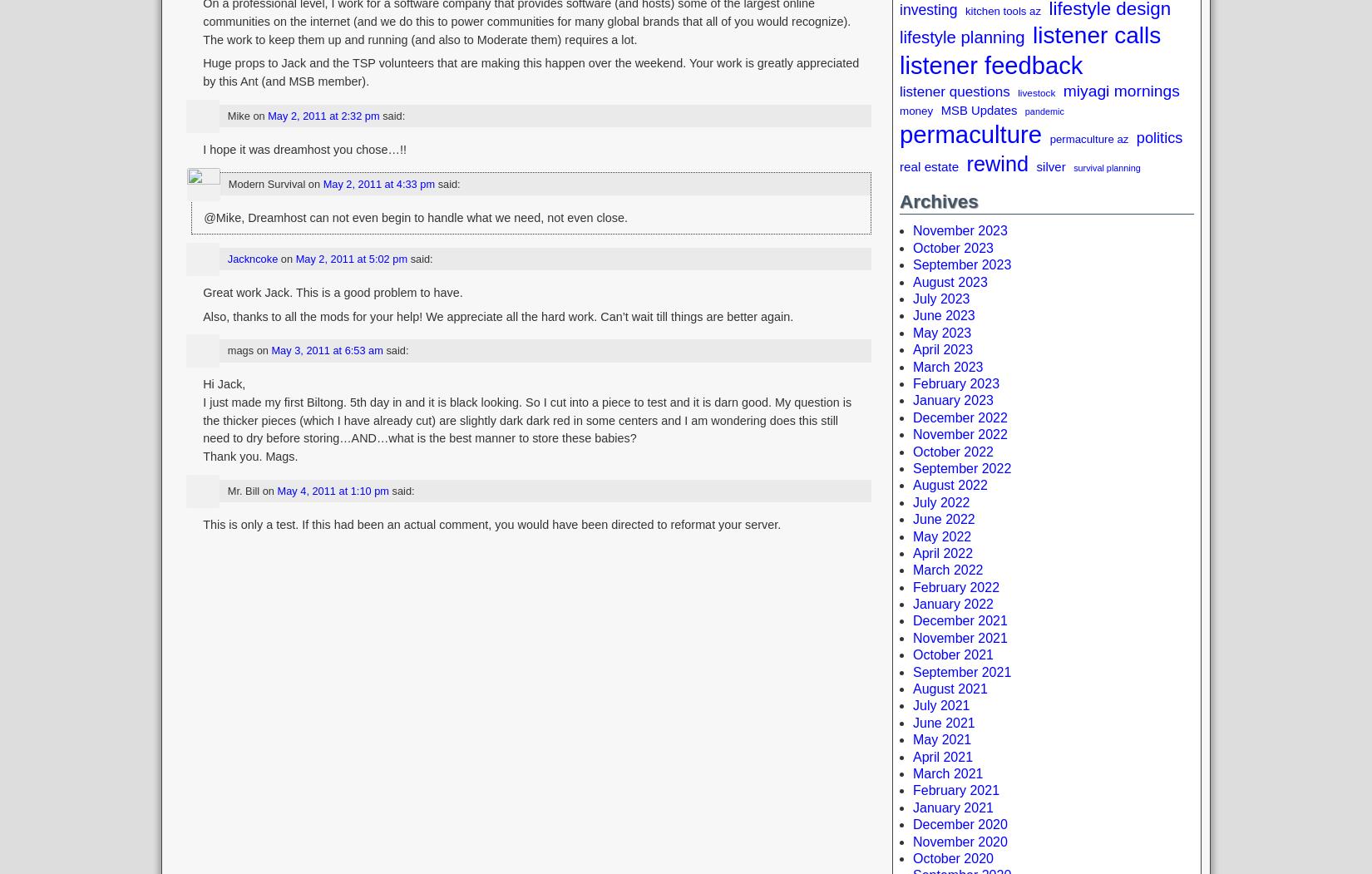 This screenshot has width=1372, height=874. What do you see at coordinates (944, 314) in the screenshot?
I see `'June 2023'` at bounding box center [944, 314].